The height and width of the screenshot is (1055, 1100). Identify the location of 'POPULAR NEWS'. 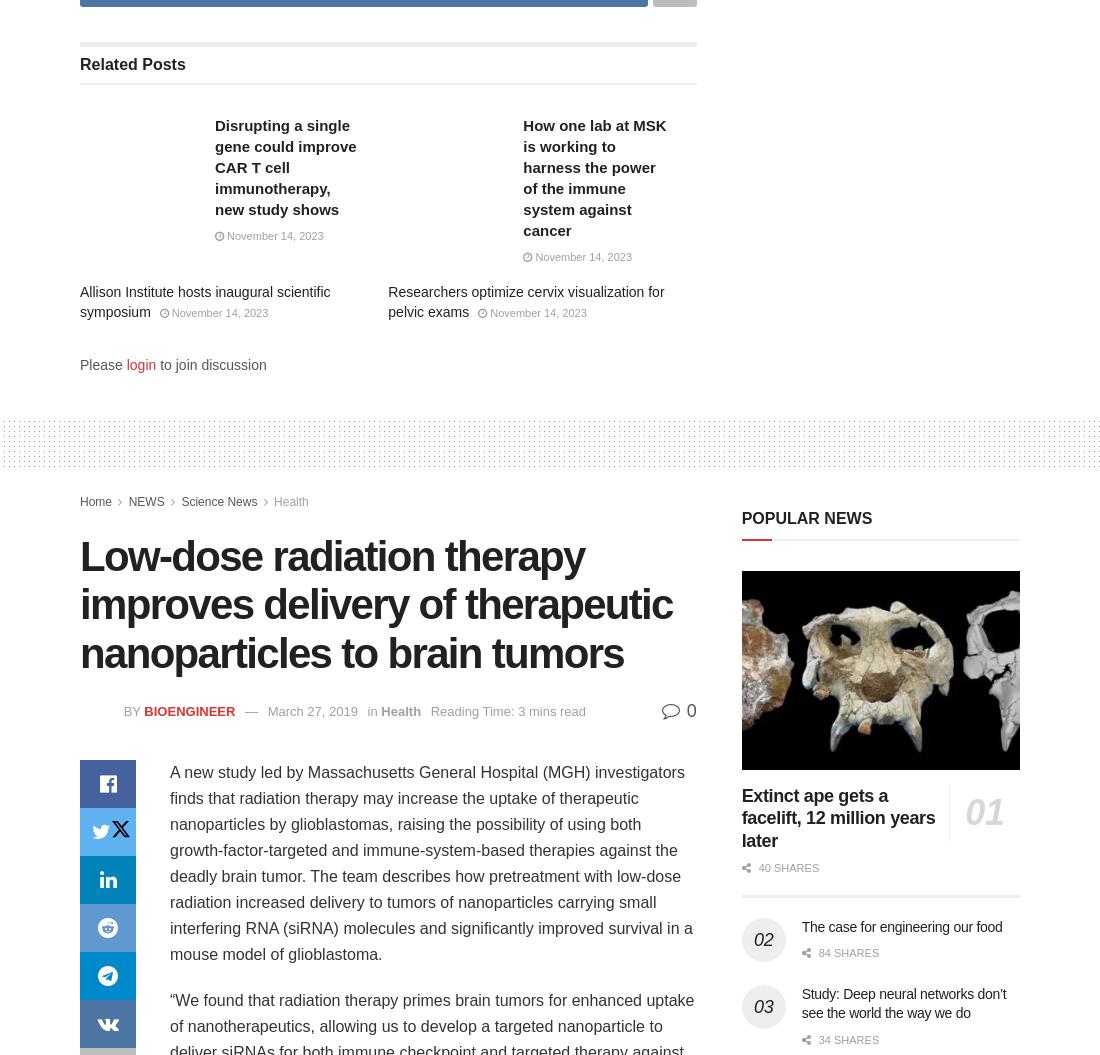
(806, 517).